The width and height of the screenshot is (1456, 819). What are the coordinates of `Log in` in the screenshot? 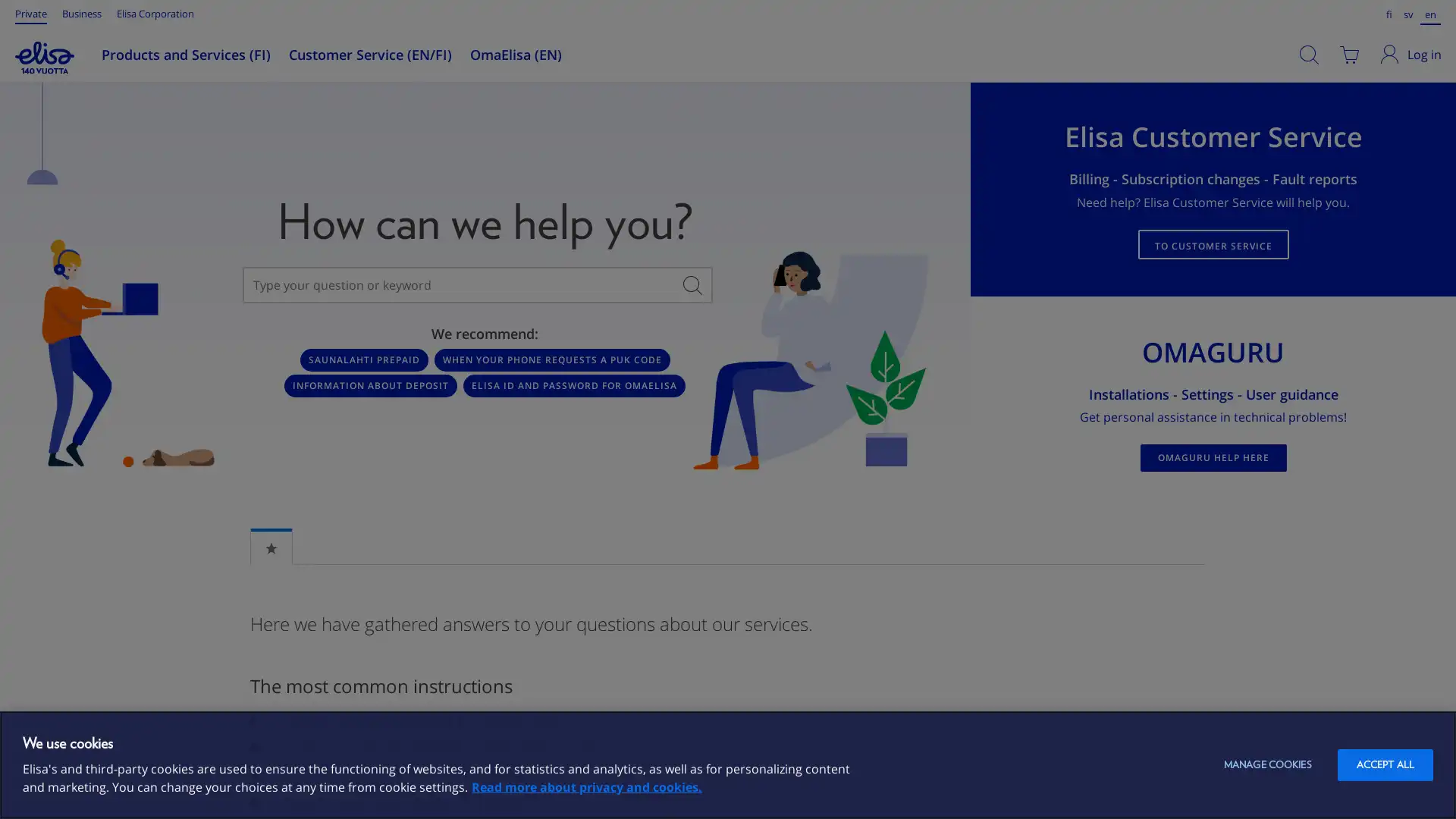 It's located at (1411, 54).